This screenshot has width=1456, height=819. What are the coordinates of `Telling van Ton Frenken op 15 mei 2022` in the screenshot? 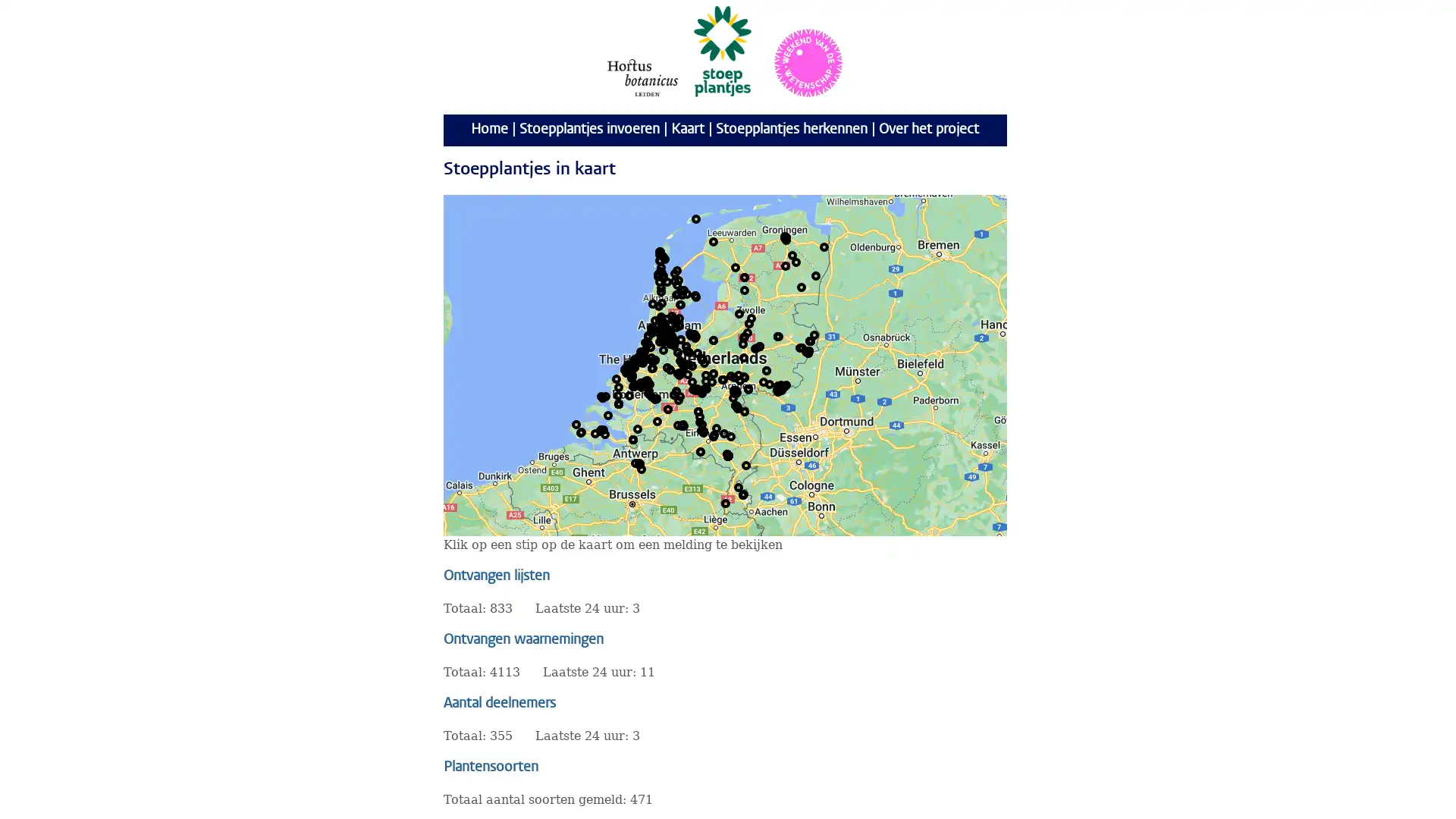 It's located at (728, 455).